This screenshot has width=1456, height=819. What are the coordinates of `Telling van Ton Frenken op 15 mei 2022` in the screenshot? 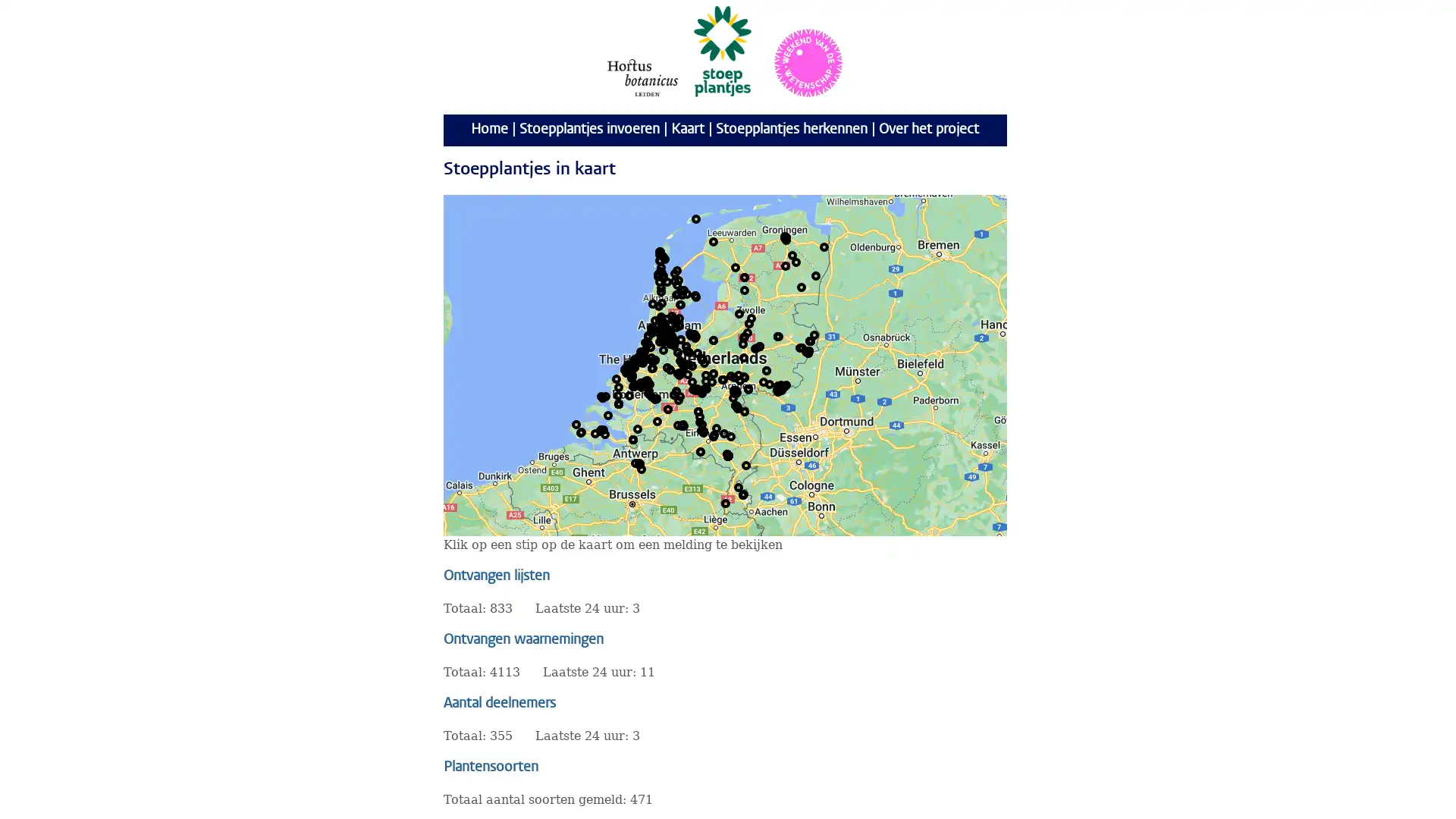 It's located at (728, 455).